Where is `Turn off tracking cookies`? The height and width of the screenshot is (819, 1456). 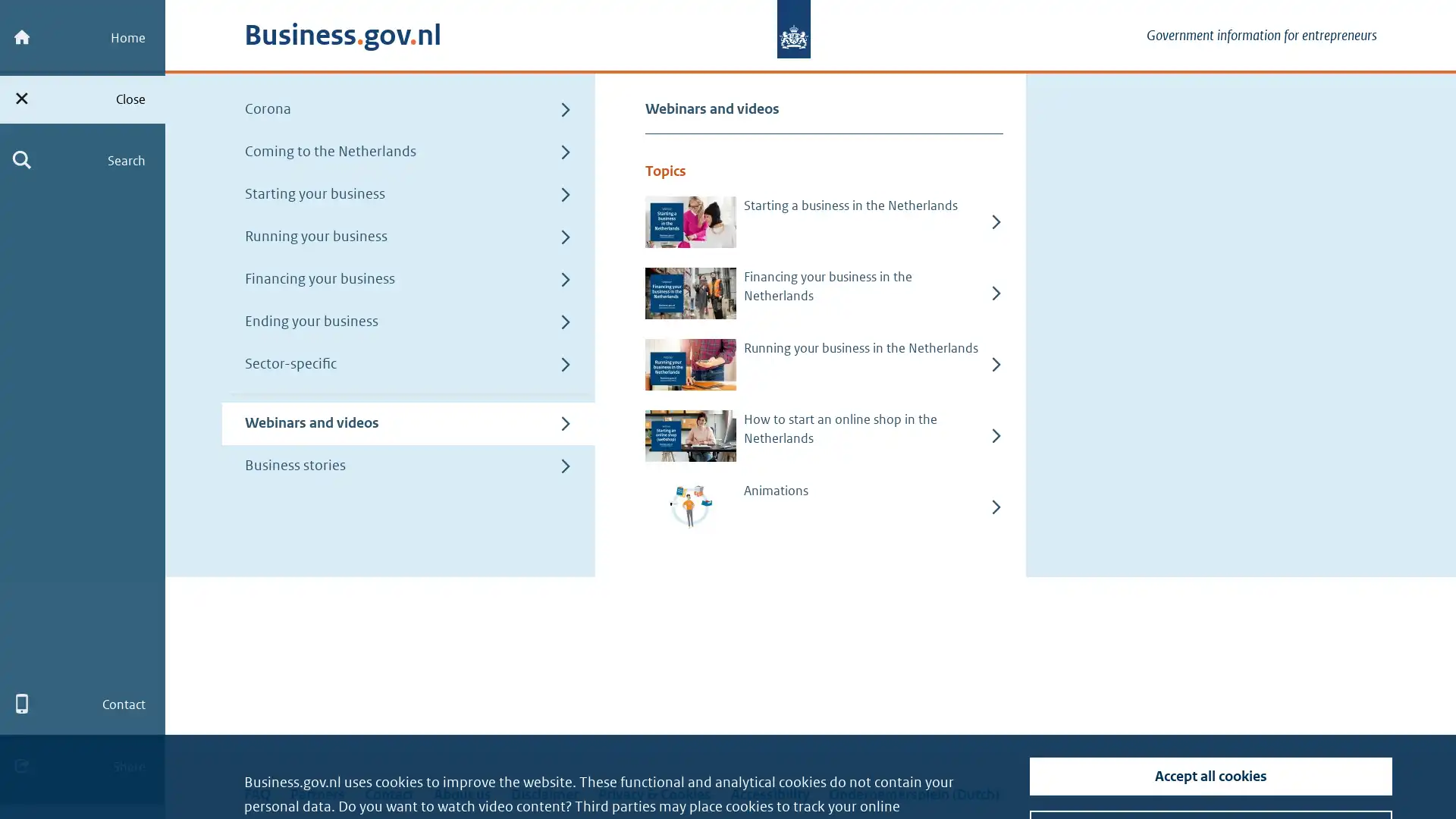 Turn off tracking cookies is located at coordinates (1210, 769).